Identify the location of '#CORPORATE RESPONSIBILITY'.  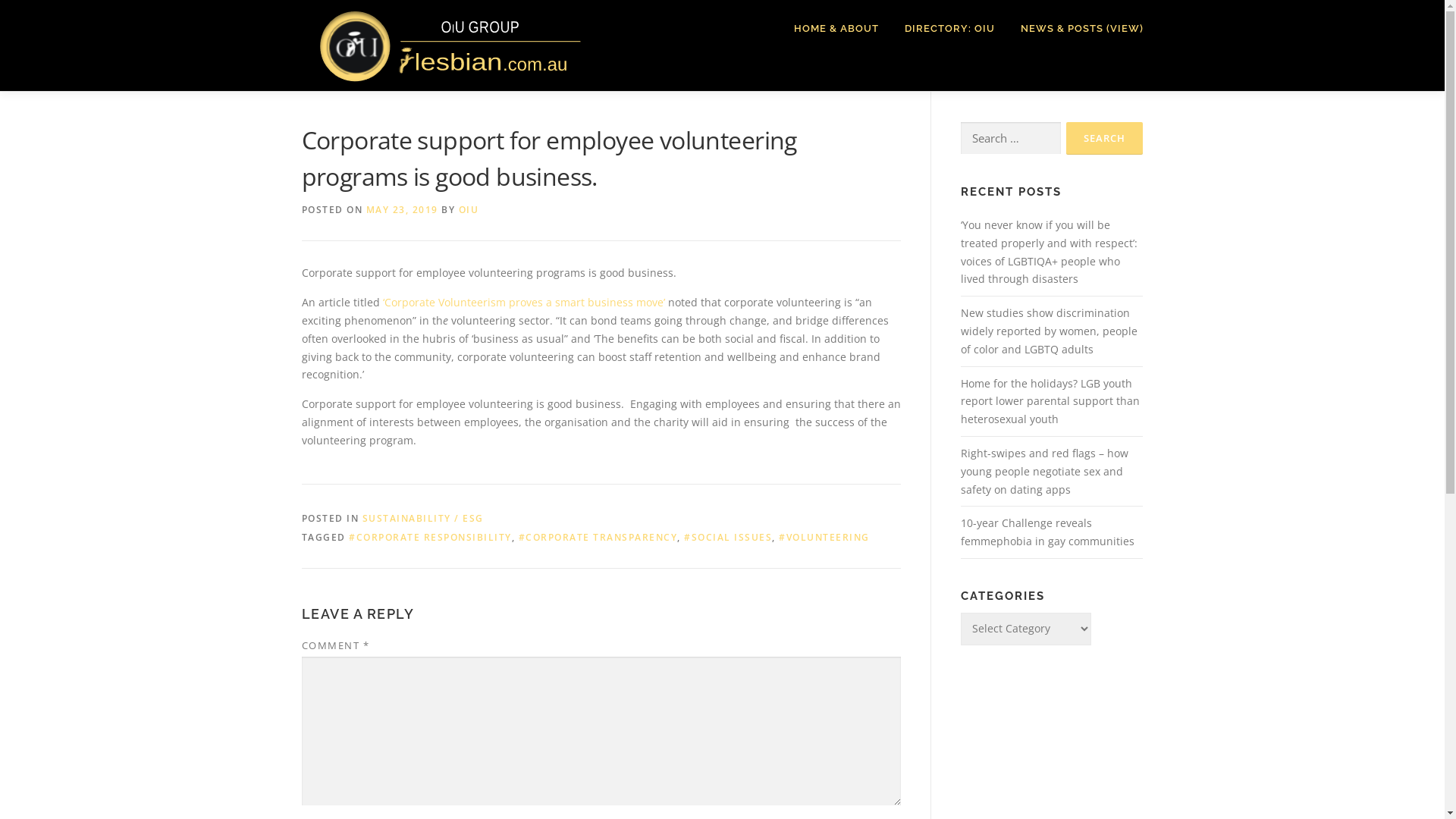
(429, 536).